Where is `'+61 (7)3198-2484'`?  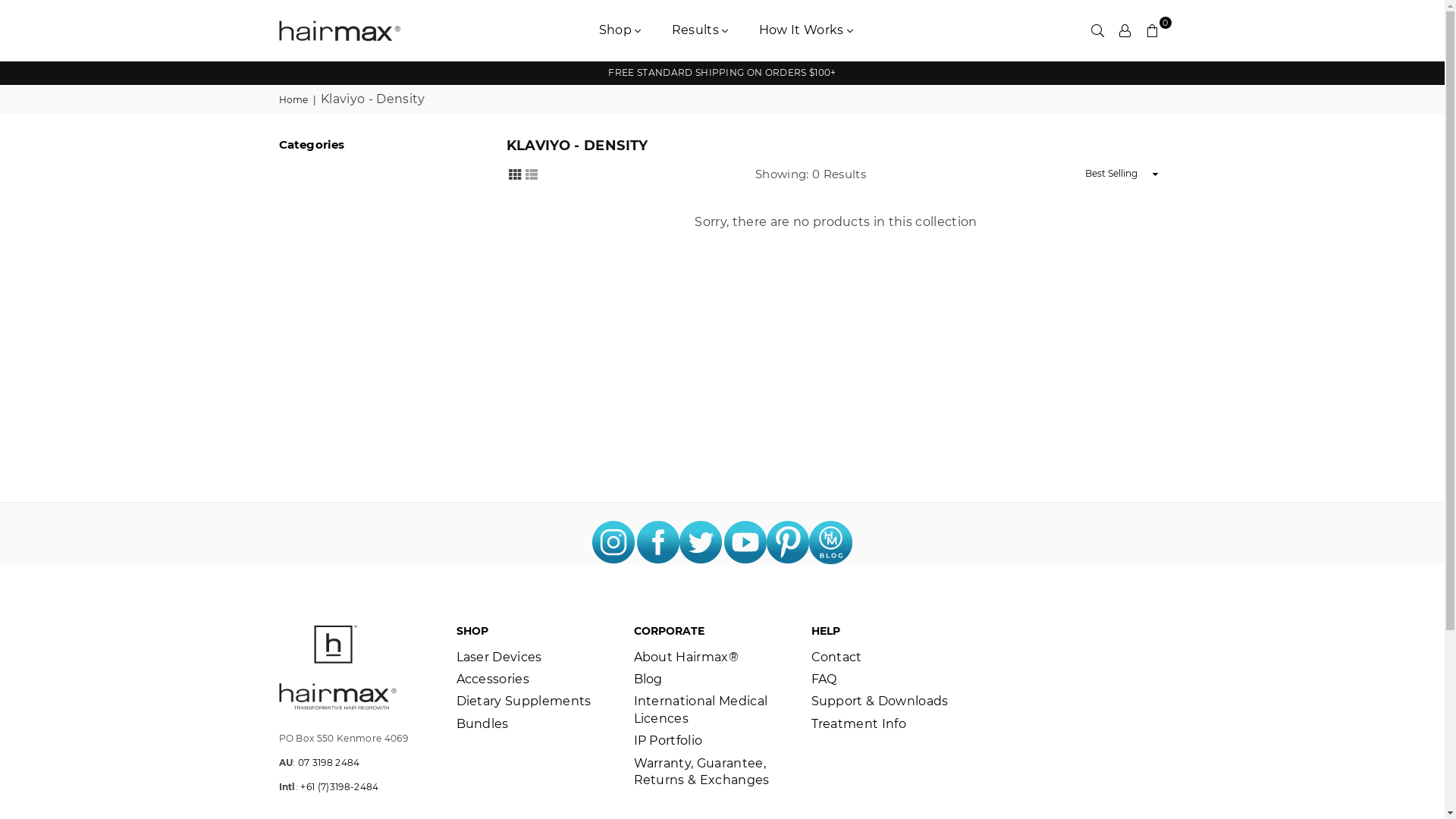 '+61 (7)3198-2484' is located at coordinates (338, 786).